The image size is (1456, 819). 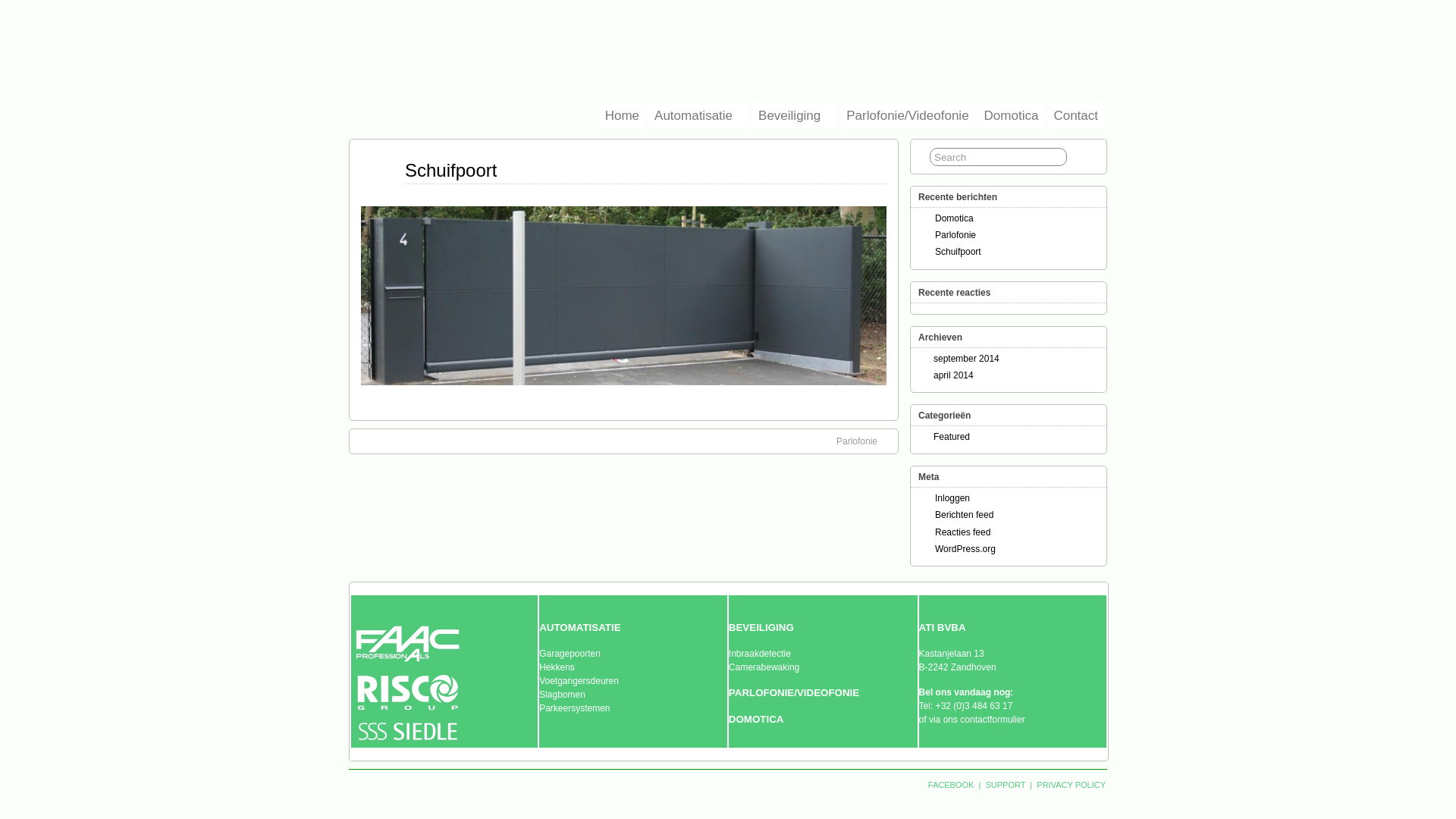 I want to click on 'PARLOFONIE/', so click(x=728, y=692).